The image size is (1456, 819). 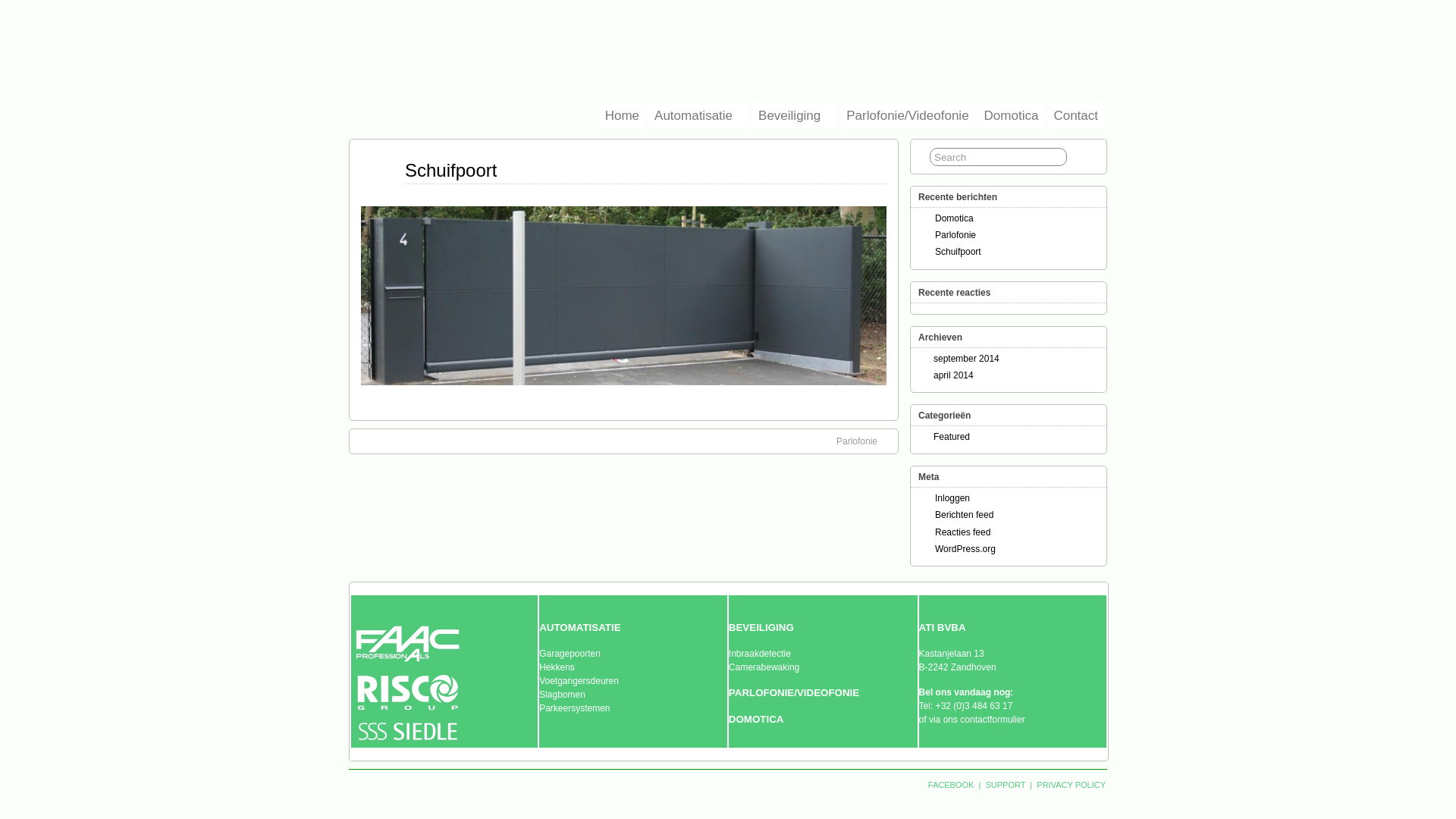 I want to click on 'PARLOFONIE/', so click(x=728, y=692).